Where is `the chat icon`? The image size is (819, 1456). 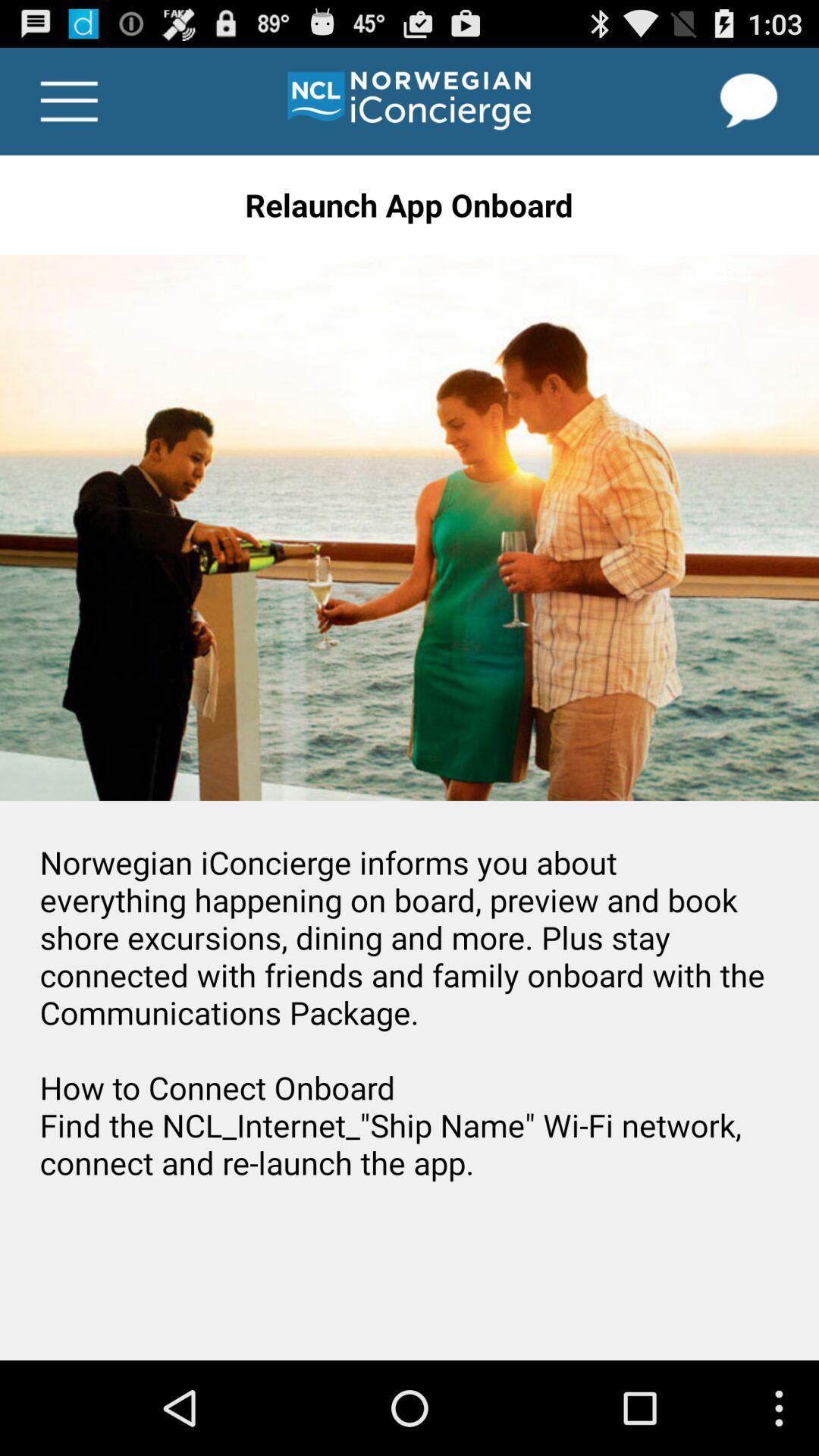 the chat icon is located at coordinates (748, 108).